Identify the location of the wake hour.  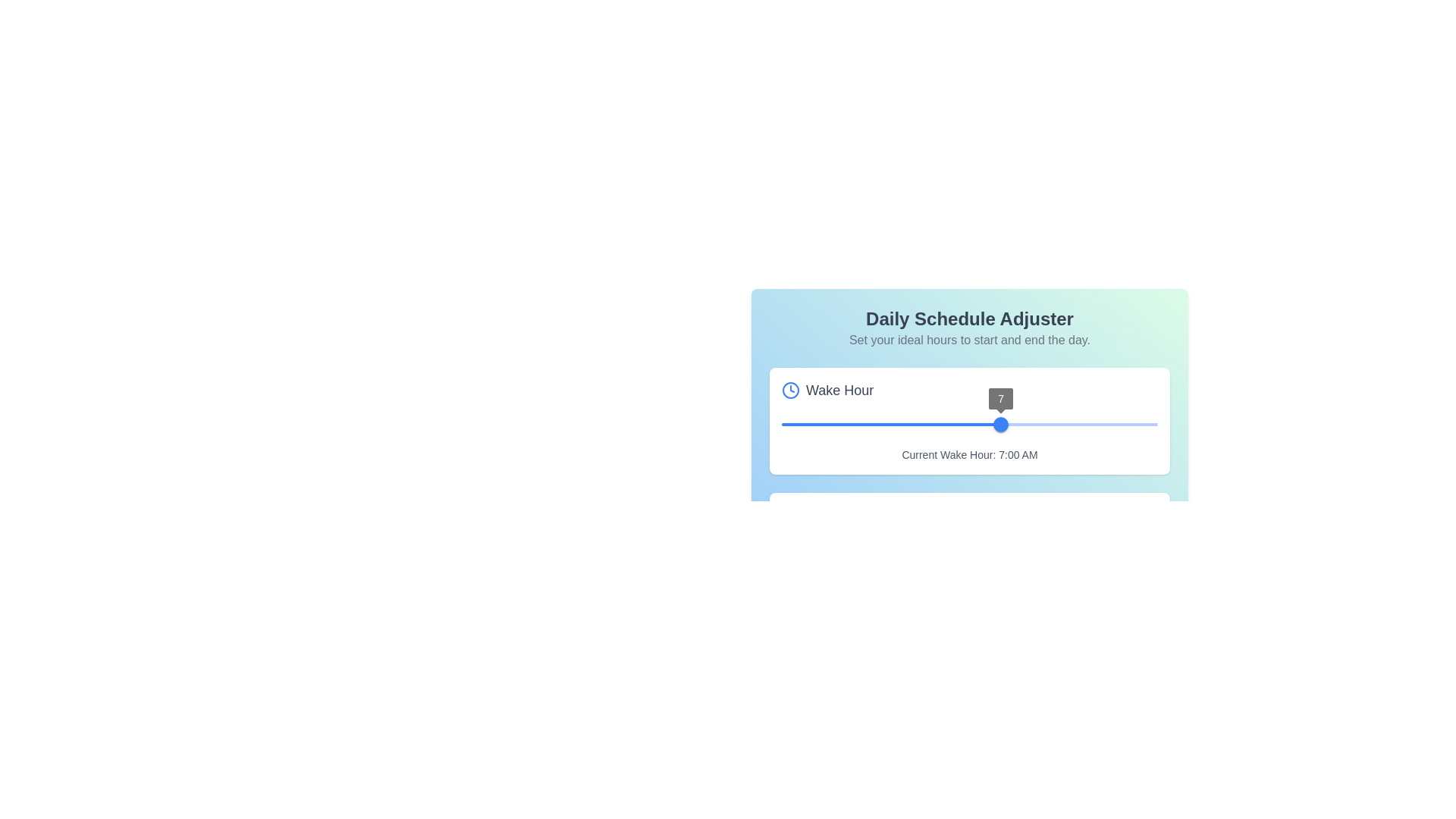
(968, 424).